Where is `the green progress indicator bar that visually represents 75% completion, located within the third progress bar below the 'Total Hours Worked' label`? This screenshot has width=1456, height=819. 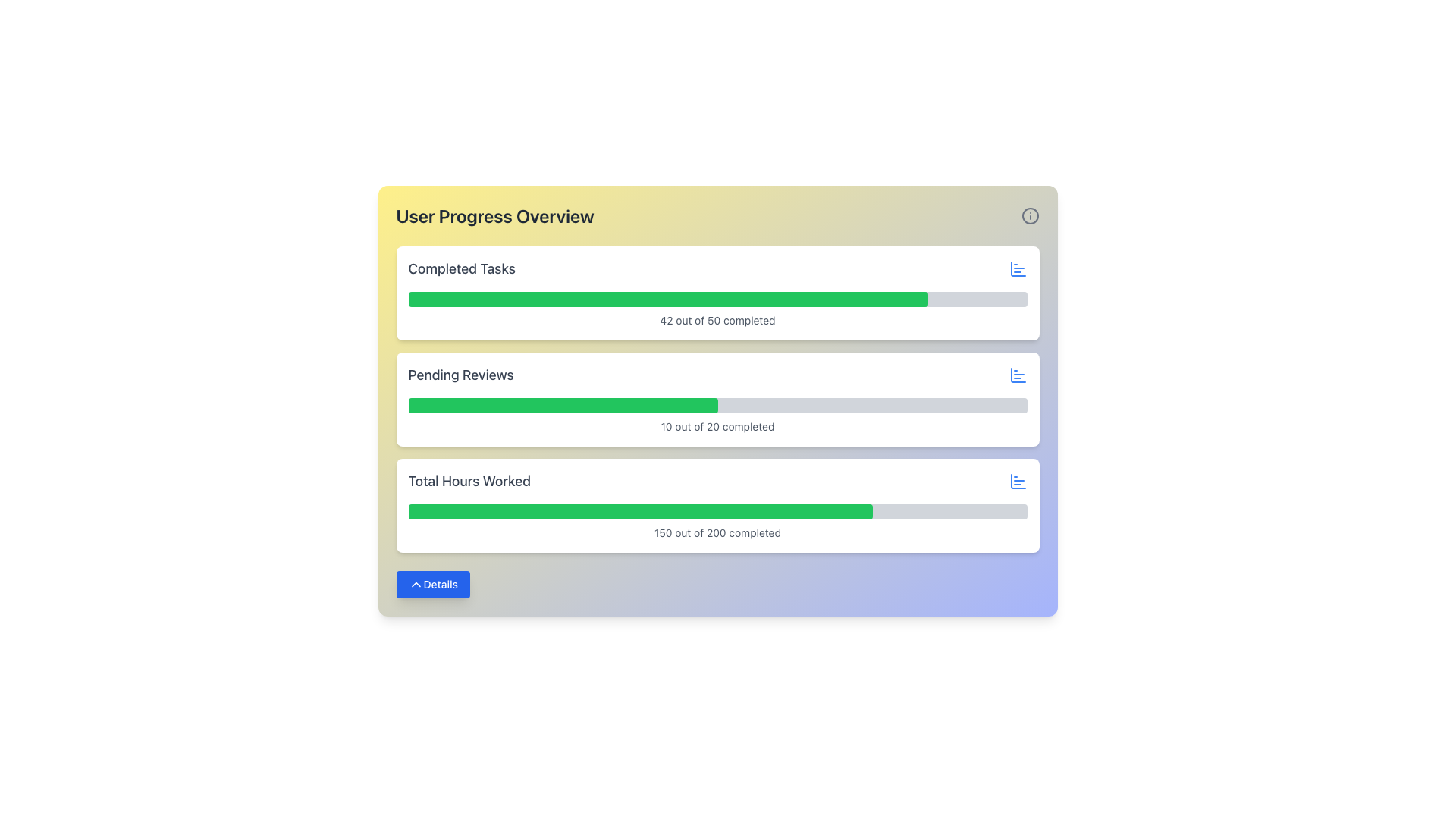 the green progress indicator bar that visually represents 75% completion, located within the third progress bar below the 'Total Hours Worked' label is located at coordinates (640, 512).